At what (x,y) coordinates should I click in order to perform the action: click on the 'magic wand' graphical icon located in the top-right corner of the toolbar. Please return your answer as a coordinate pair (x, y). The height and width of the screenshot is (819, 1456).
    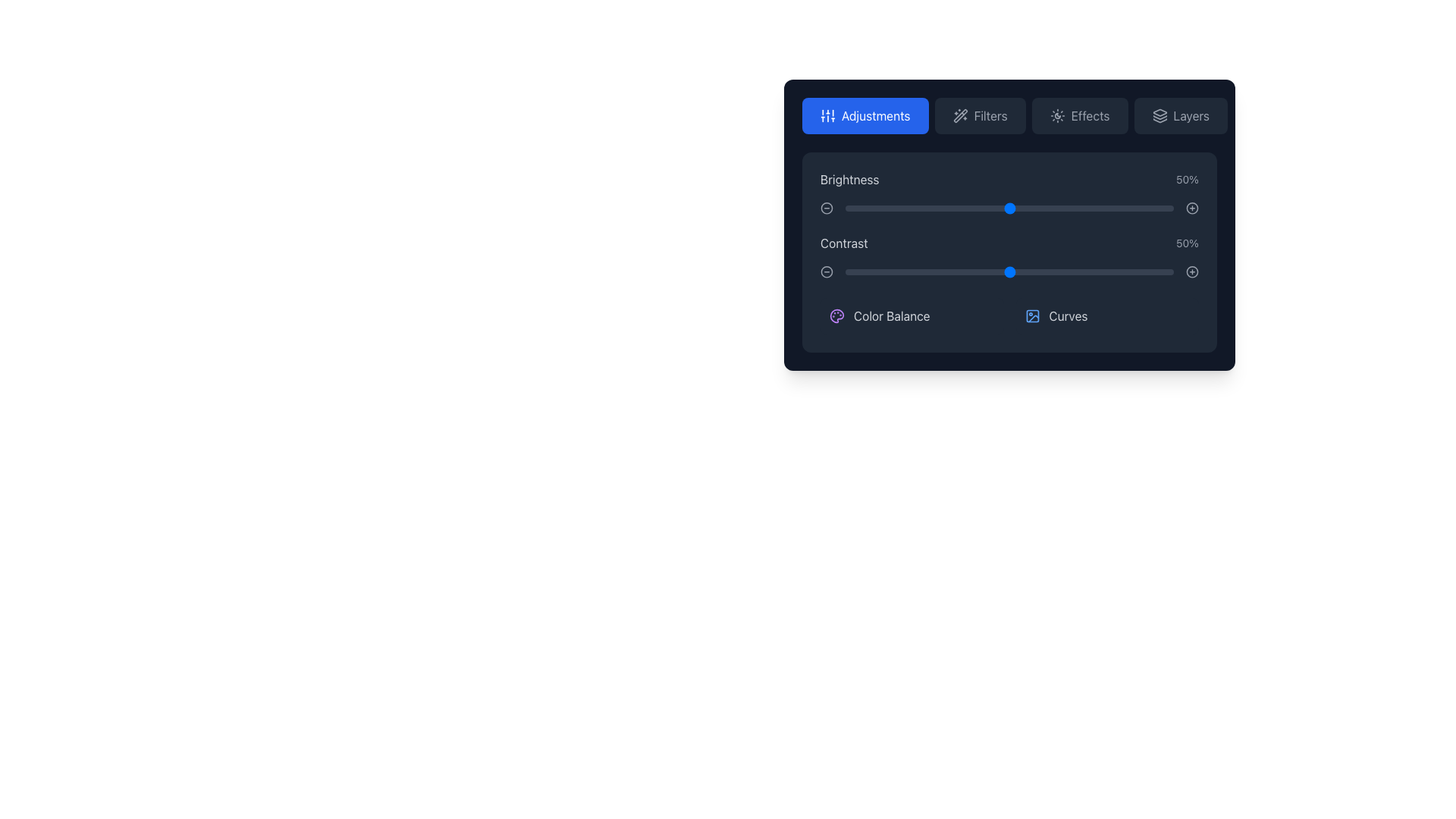
    Looking at the image, I should click on (959, 115).